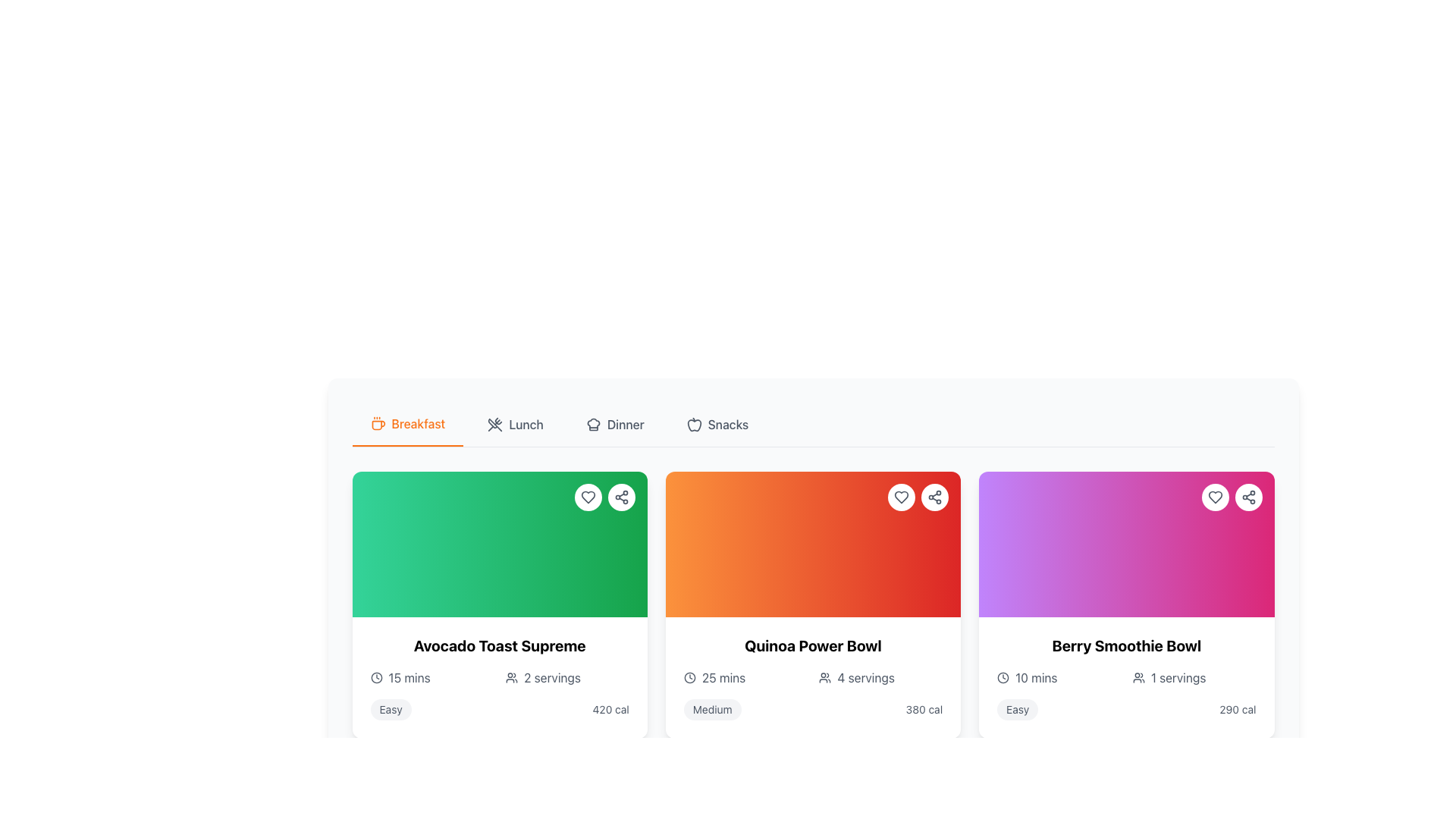 The height and width of the screenshot is (819, 1456). What do you see at coordinates (723, 677) in the screenshot?
I see `text label displaying the preparation or cooking time for the 'Quinoa Power Bowl' recipe, located beside the clock icon` at bounding box center [723, 677].